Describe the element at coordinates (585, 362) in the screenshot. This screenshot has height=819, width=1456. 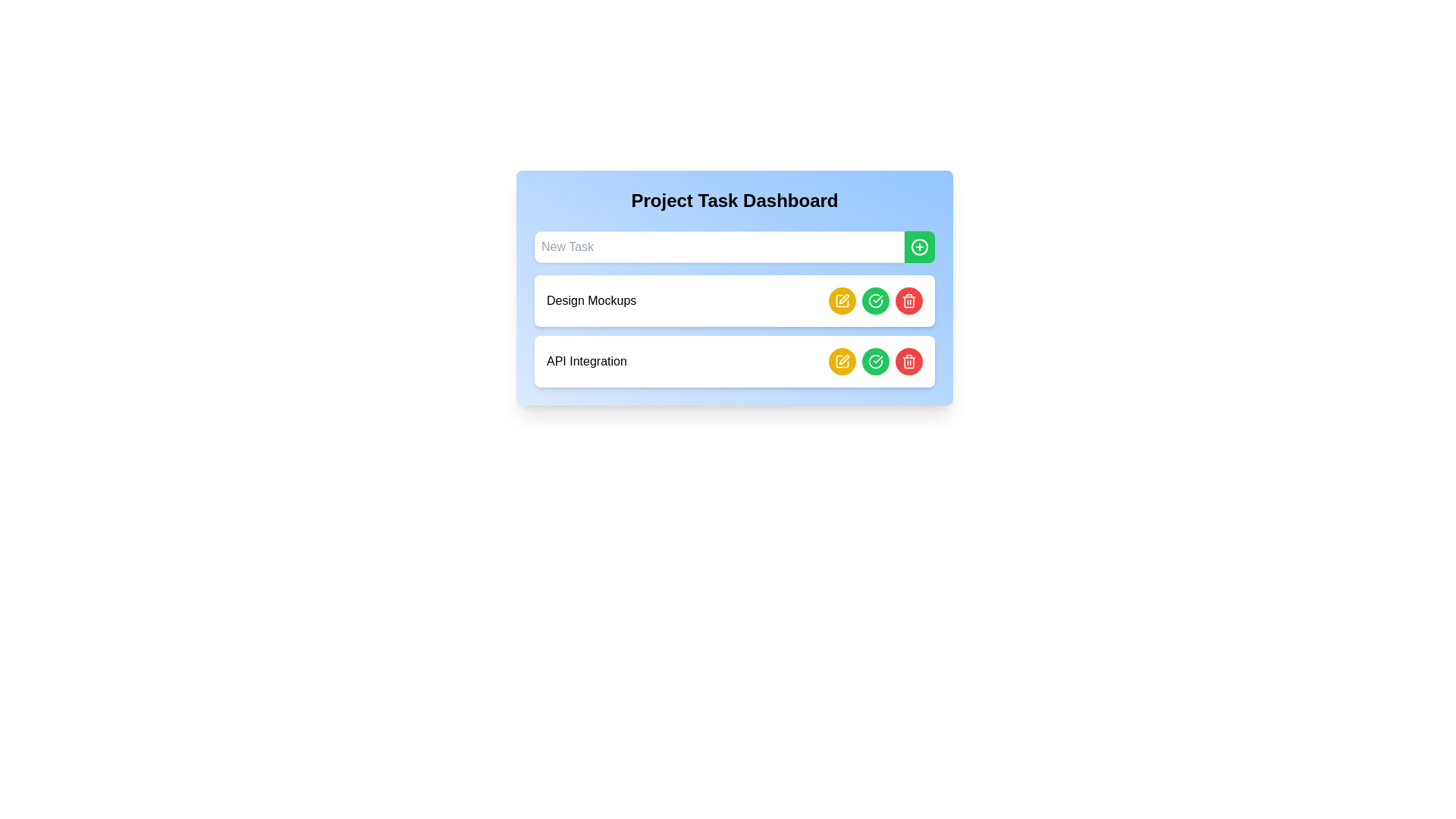
I see `the text label representing the second task entry in the vertical list of tasks within the task management interface` at that location.